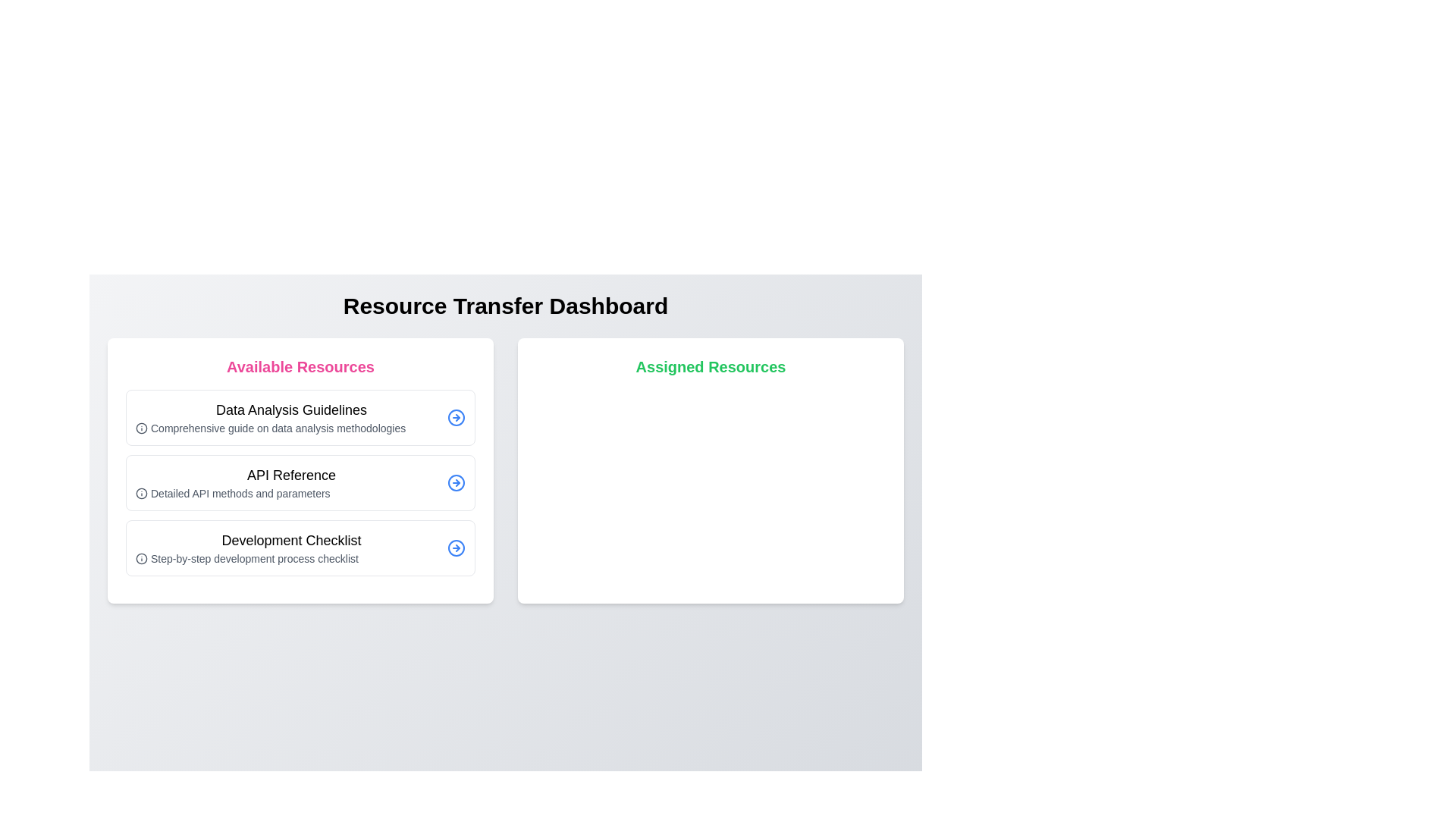  What do you see at coordinates (142, 428) in the screenshot?
I see `the information icon located to the left of the text 'Comprehensive guide on data analysis methodologies' in the list item titled 'Data Analysis Guidelines' under the 'Available Resources' section` at bounding box center [142, 428].